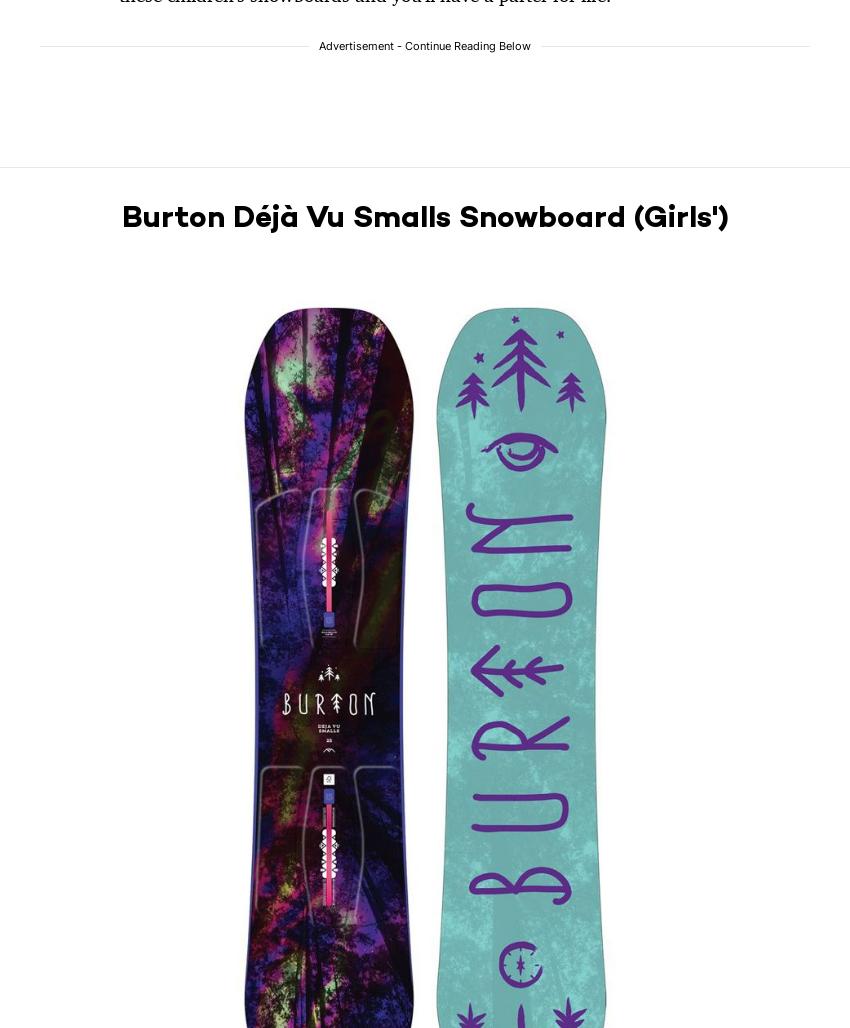 This screenshot has width=850, height=1028. What do you see at coordinates (439, 887) in the screenshot?
I see `'Tech'` at bounding box center [439, 887].